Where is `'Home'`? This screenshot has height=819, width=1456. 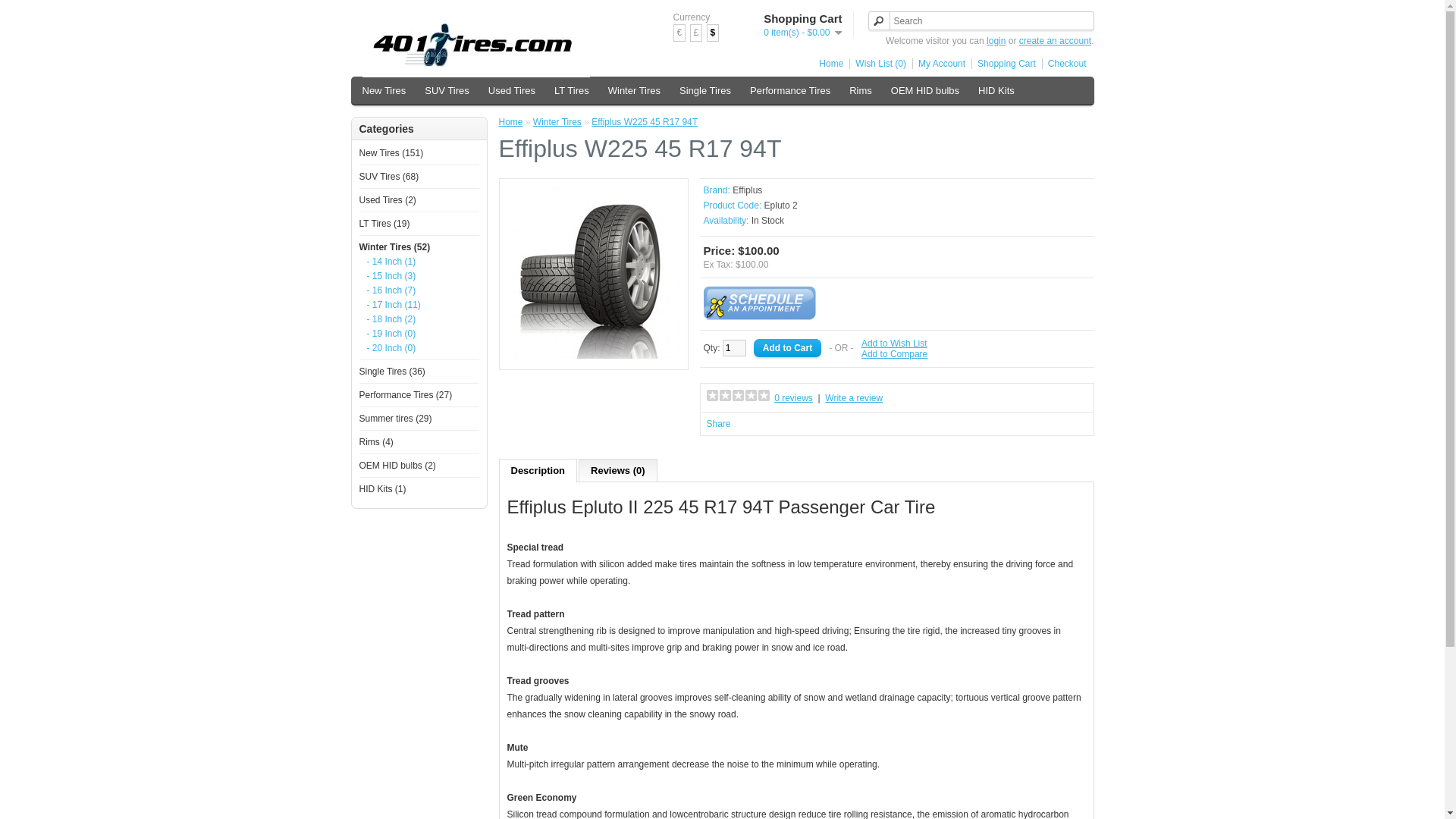 'Home' is located at coordinates (498, 121).